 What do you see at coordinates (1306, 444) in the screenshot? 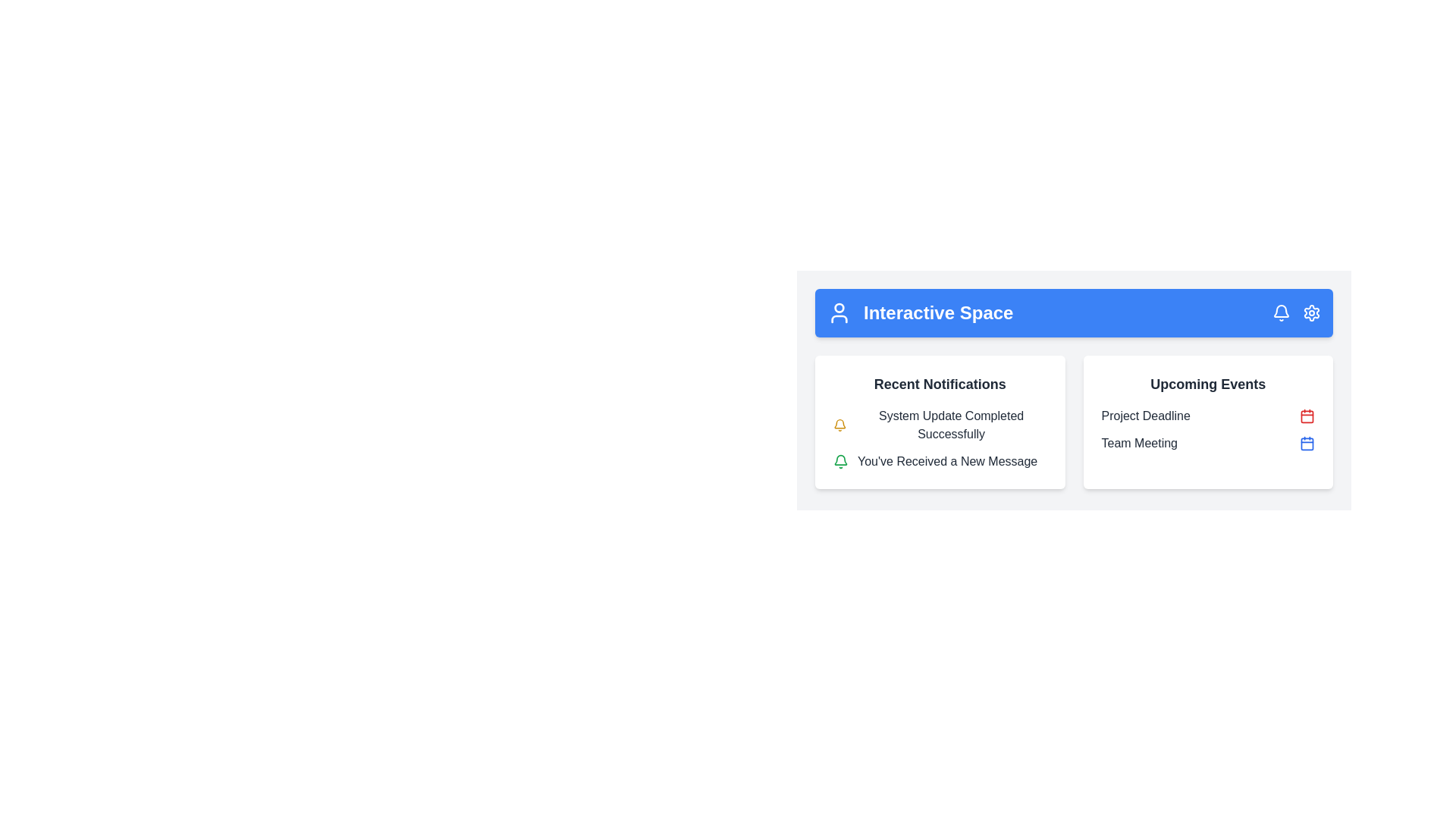
I see `the second calendar icon located to the far right of the 'Team Meeting' text in the 'Upcoming Events' section` at bounding box center [1306, 444].